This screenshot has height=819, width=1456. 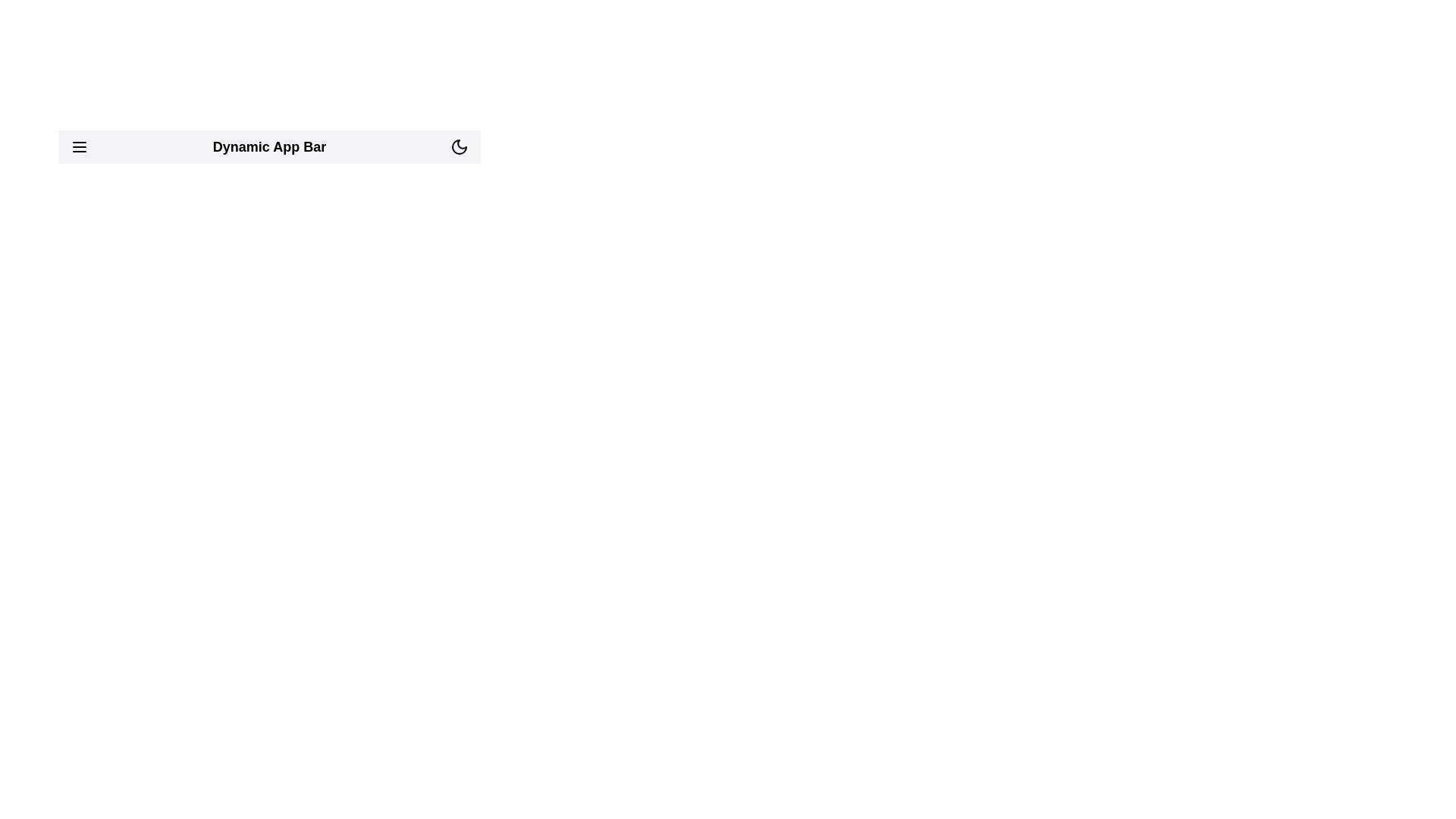 I want to click on the menu button to toggle the menu, so click(x=79, y=146).